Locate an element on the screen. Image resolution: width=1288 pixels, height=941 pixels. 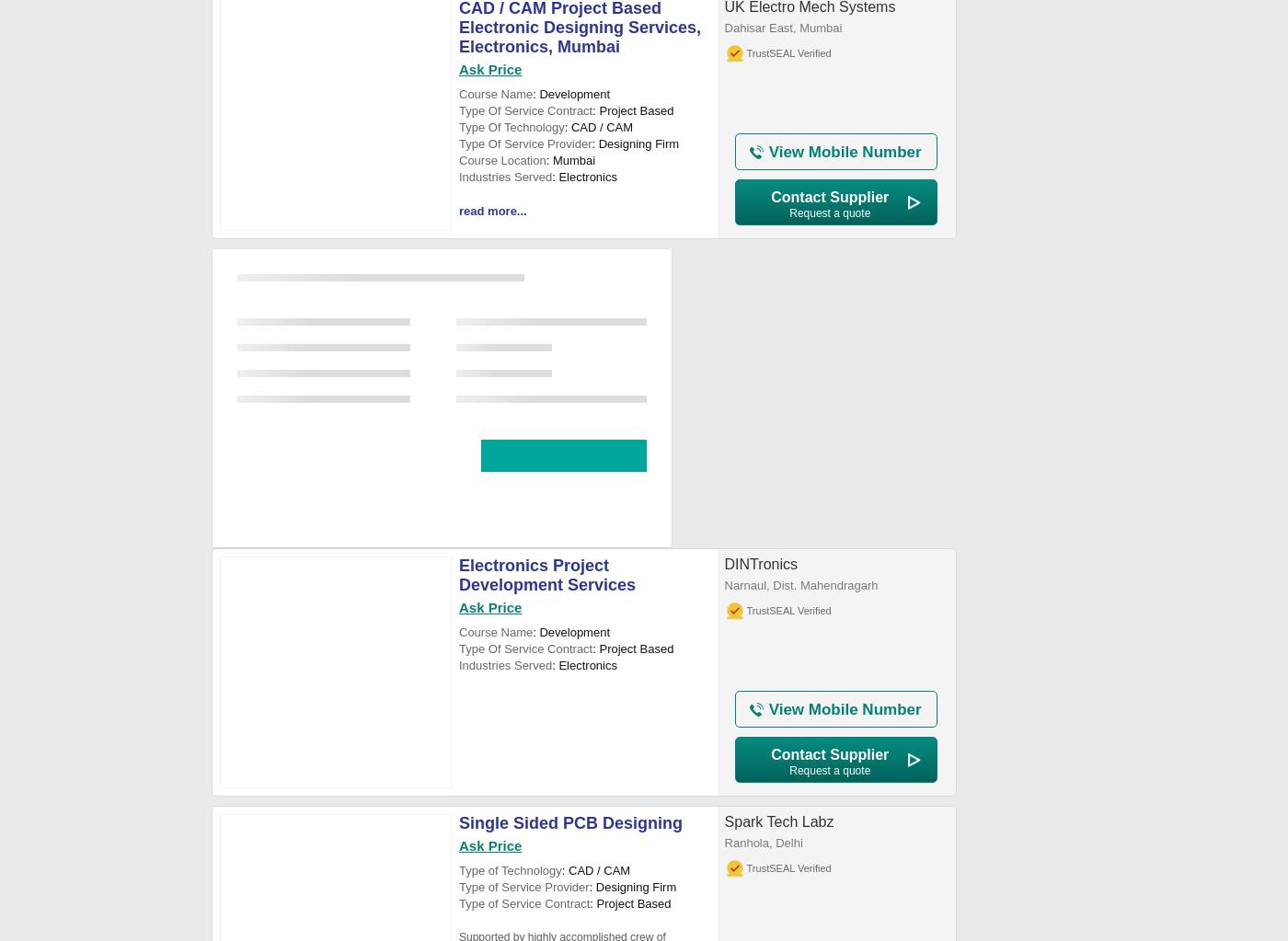
'Type Of Technology' is located at coordinates (511, 126).